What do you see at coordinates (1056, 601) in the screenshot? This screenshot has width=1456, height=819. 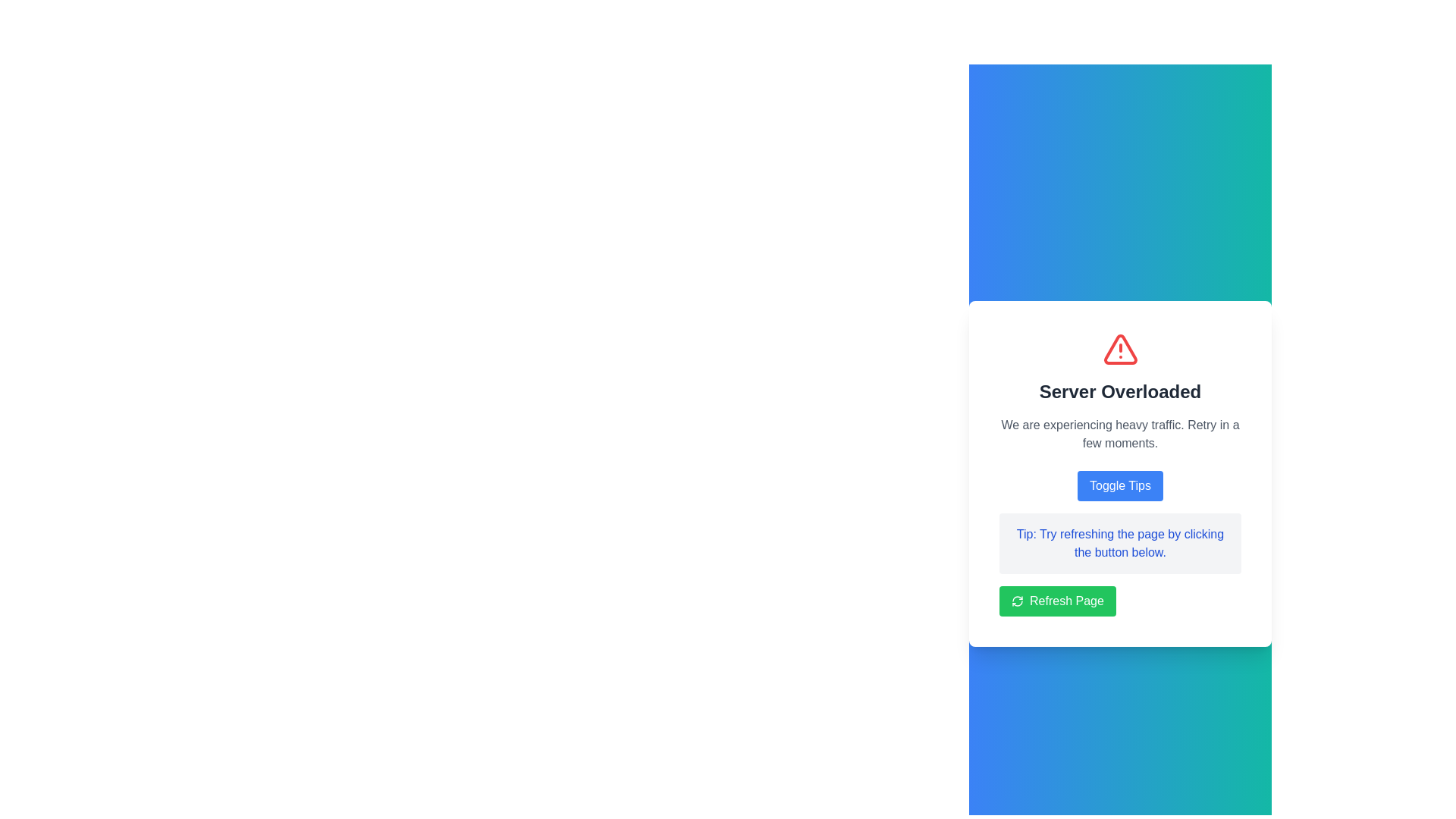 I see `the 'Reload' button located at the bottom of the 'Server Overloaded' card component to observe any hover effects` at bounding box center [1056, 601].